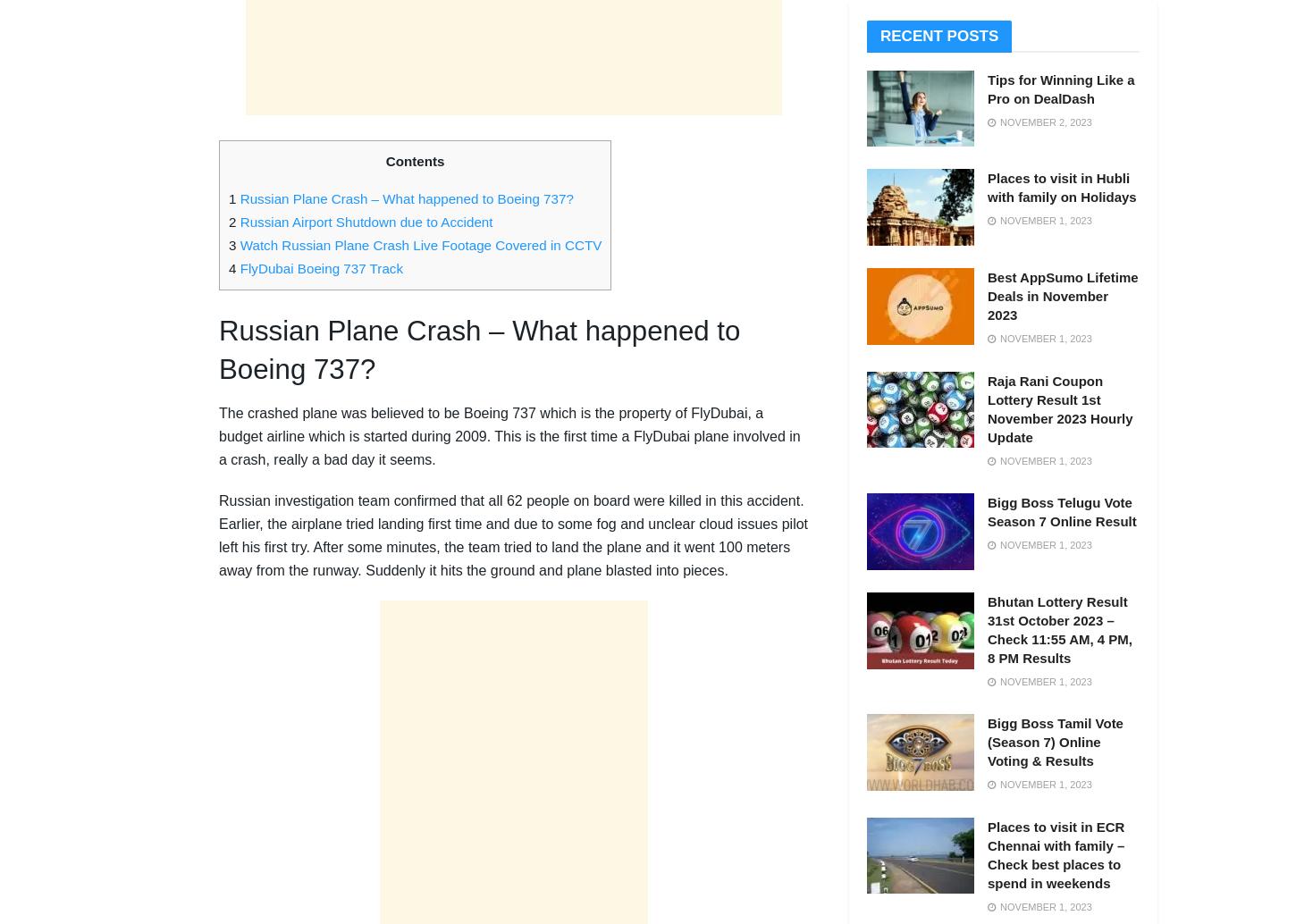 This screenshot has width=1296, height=924. Describe the element at coordinates (513, 535) in the screenshot. I see `'Russian investigation team confirmed that all 62 people on board were killed in this accident. Earlier, the airplane tried landing first time and due to some fog and unclear cloud issues pilot left his first try. After some minutes, the team tried to land the plane and it went 100 meters away from the runway. Suddenly it hits the ground and plane blasted into pieces.'` at that location.